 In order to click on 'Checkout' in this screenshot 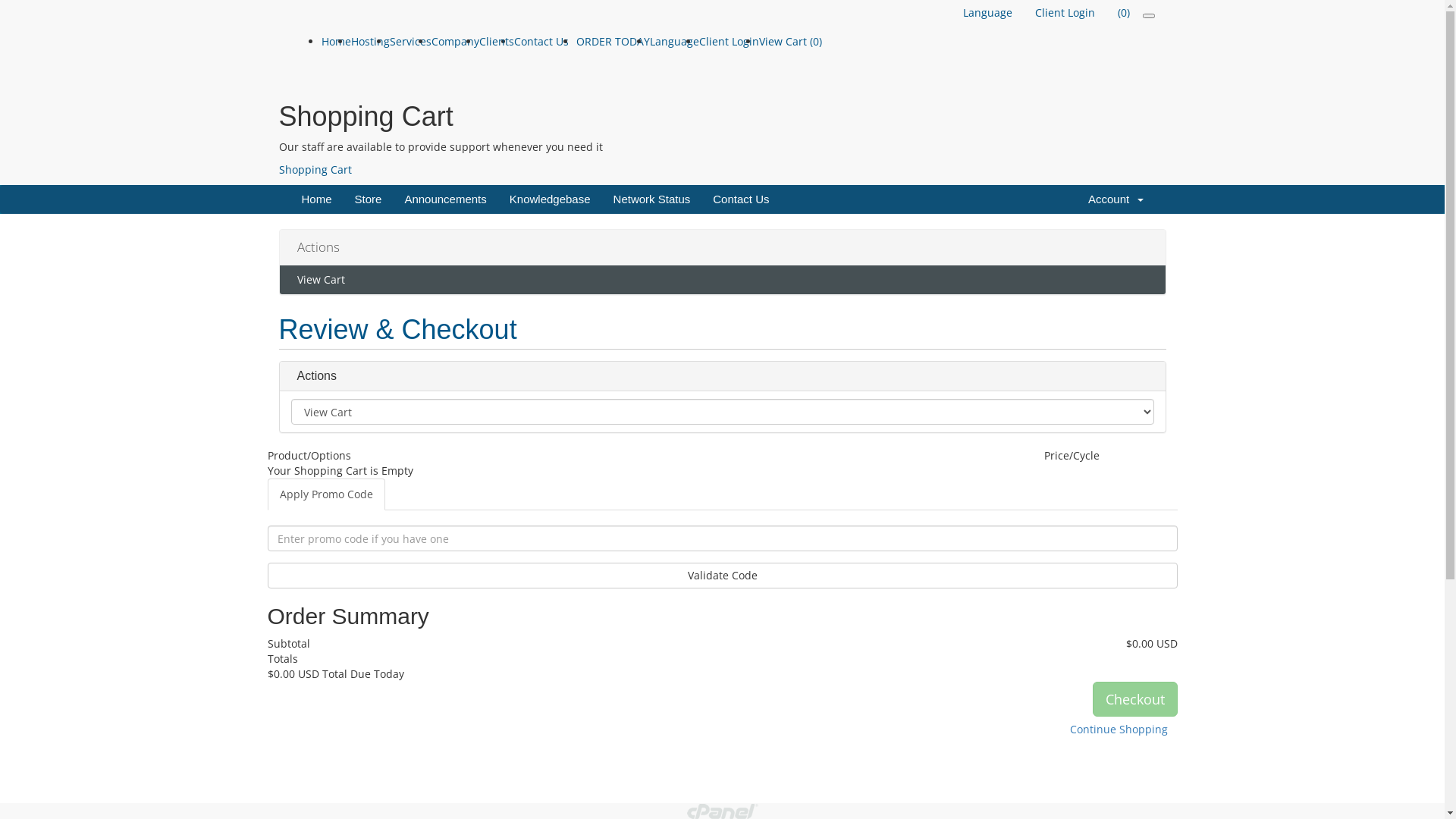, I will do `click(1134, 698)`.